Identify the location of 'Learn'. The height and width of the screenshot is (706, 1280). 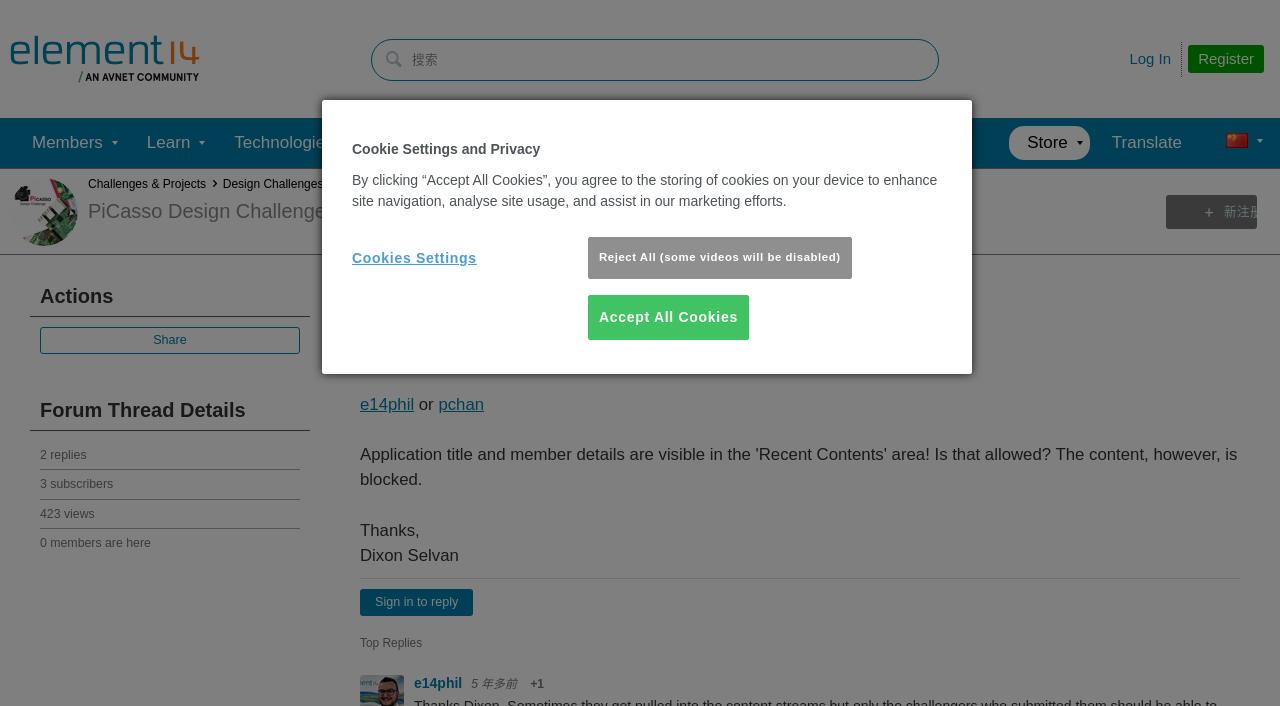
(168, 141).